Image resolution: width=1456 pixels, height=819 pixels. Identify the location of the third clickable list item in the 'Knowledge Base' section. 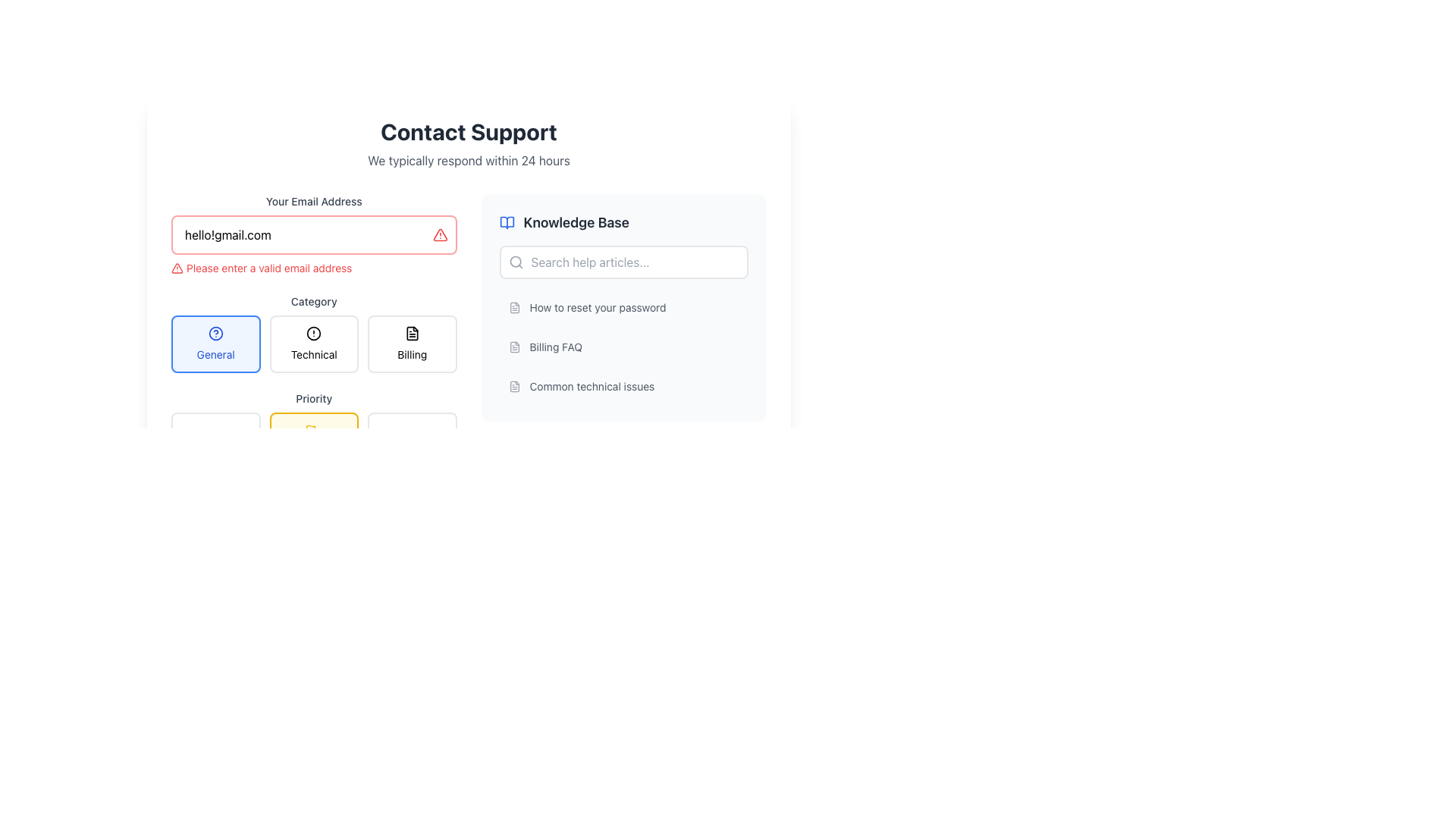
(623, 397).